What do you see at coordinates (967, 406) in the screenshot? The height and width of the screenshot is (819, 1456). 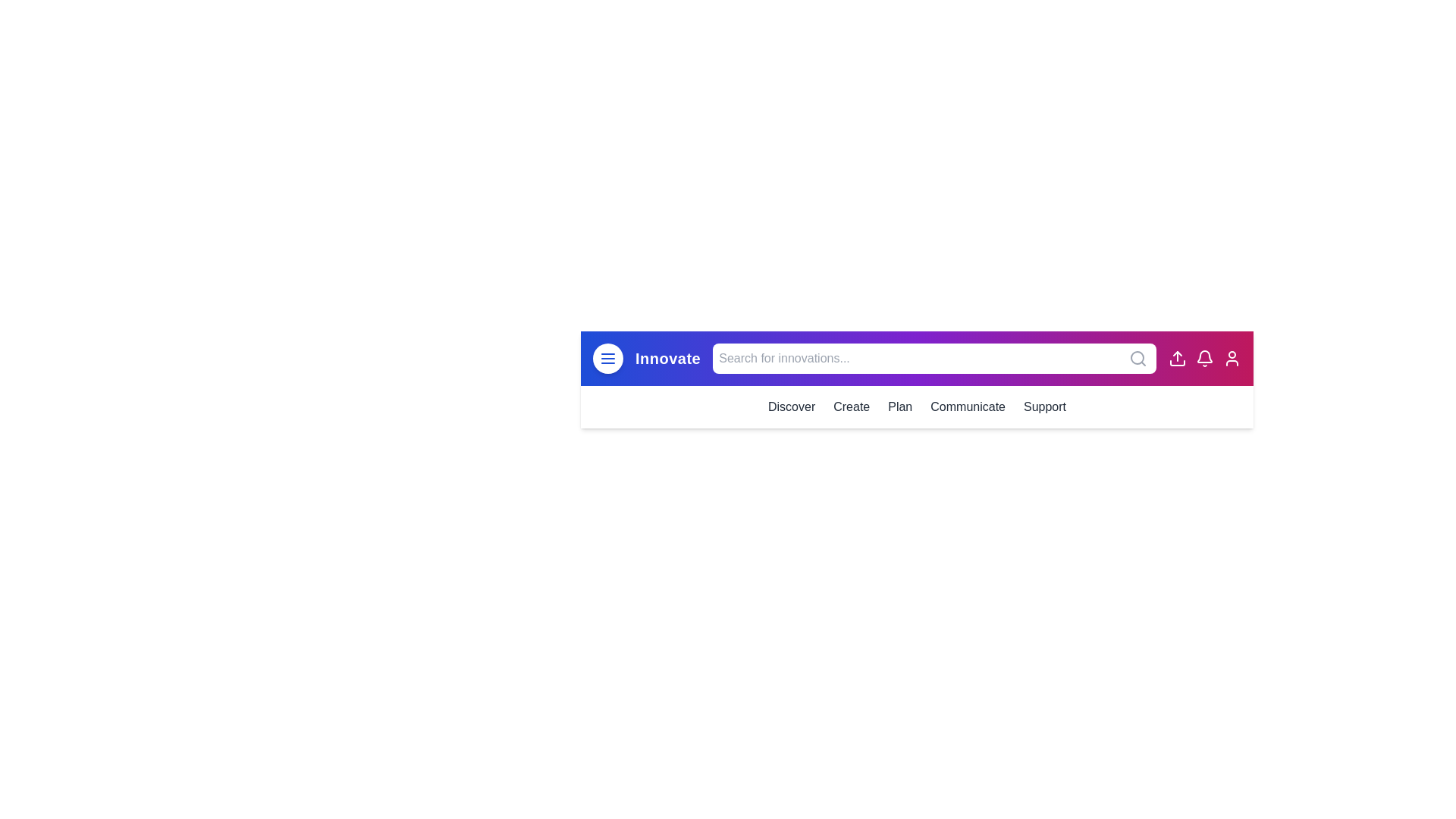 I see `the menu item Communicate` at bounding box center [967, 406].